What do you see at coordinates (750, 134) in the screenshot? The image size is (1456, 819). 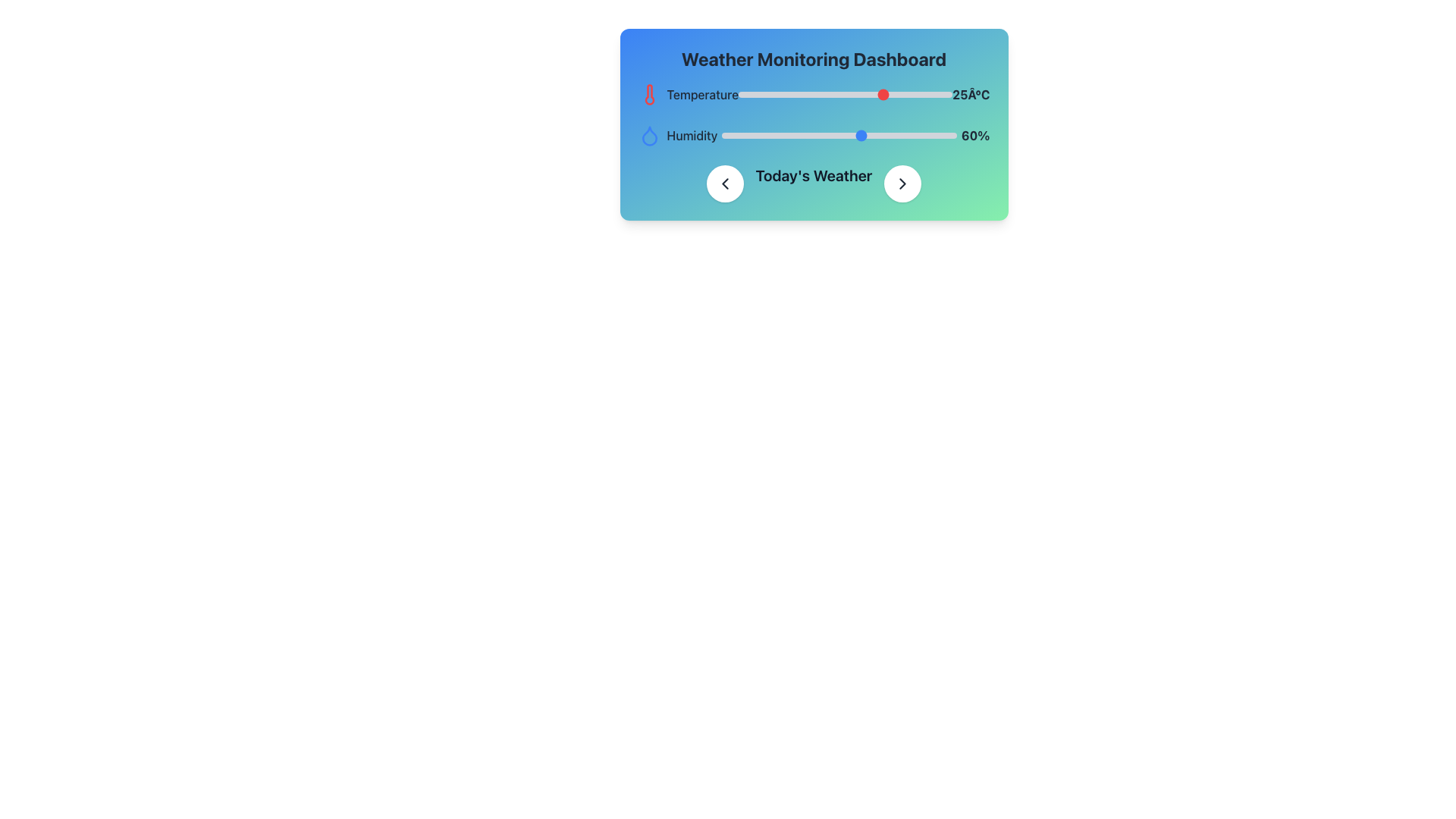 I see `humidity` at bounding box center [750, 134].